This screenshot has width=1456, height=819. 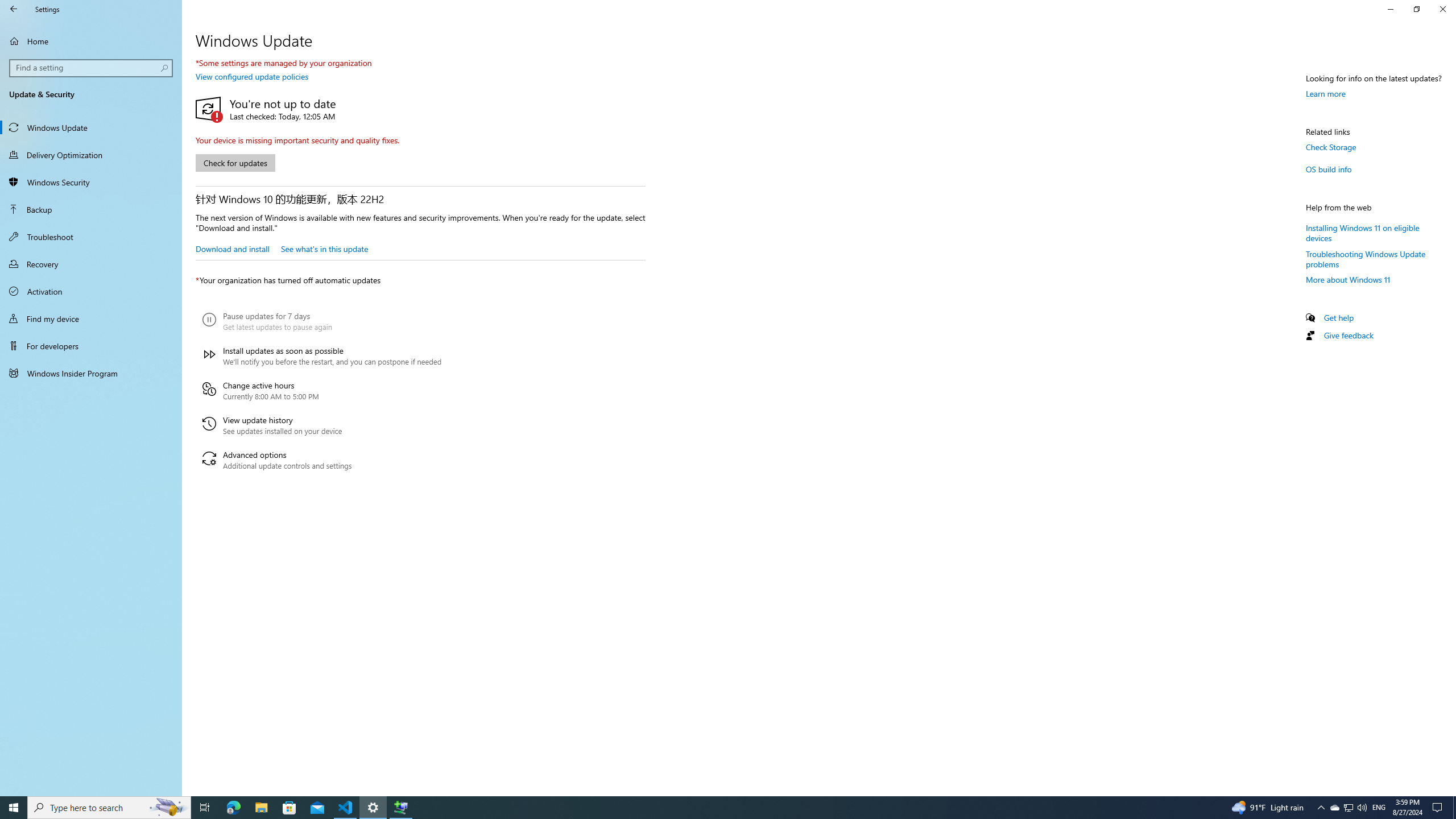 What do you see at coordinates (90, 181) in the screenshot?
I see `'Windows Security'` at bounding box center [90, 181].